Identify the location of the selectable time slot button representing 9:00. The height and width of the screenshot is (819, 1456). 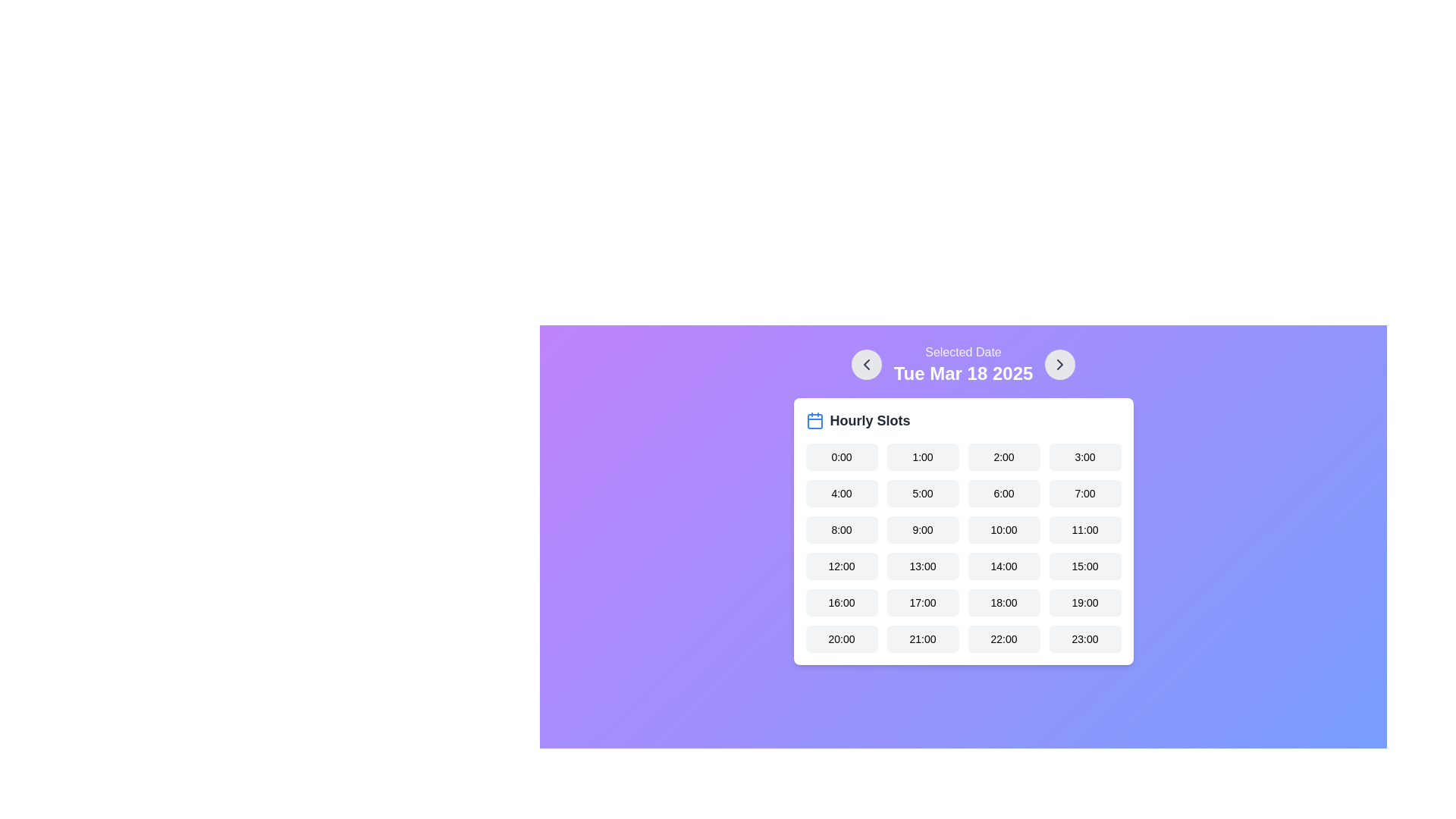
(922, 529).